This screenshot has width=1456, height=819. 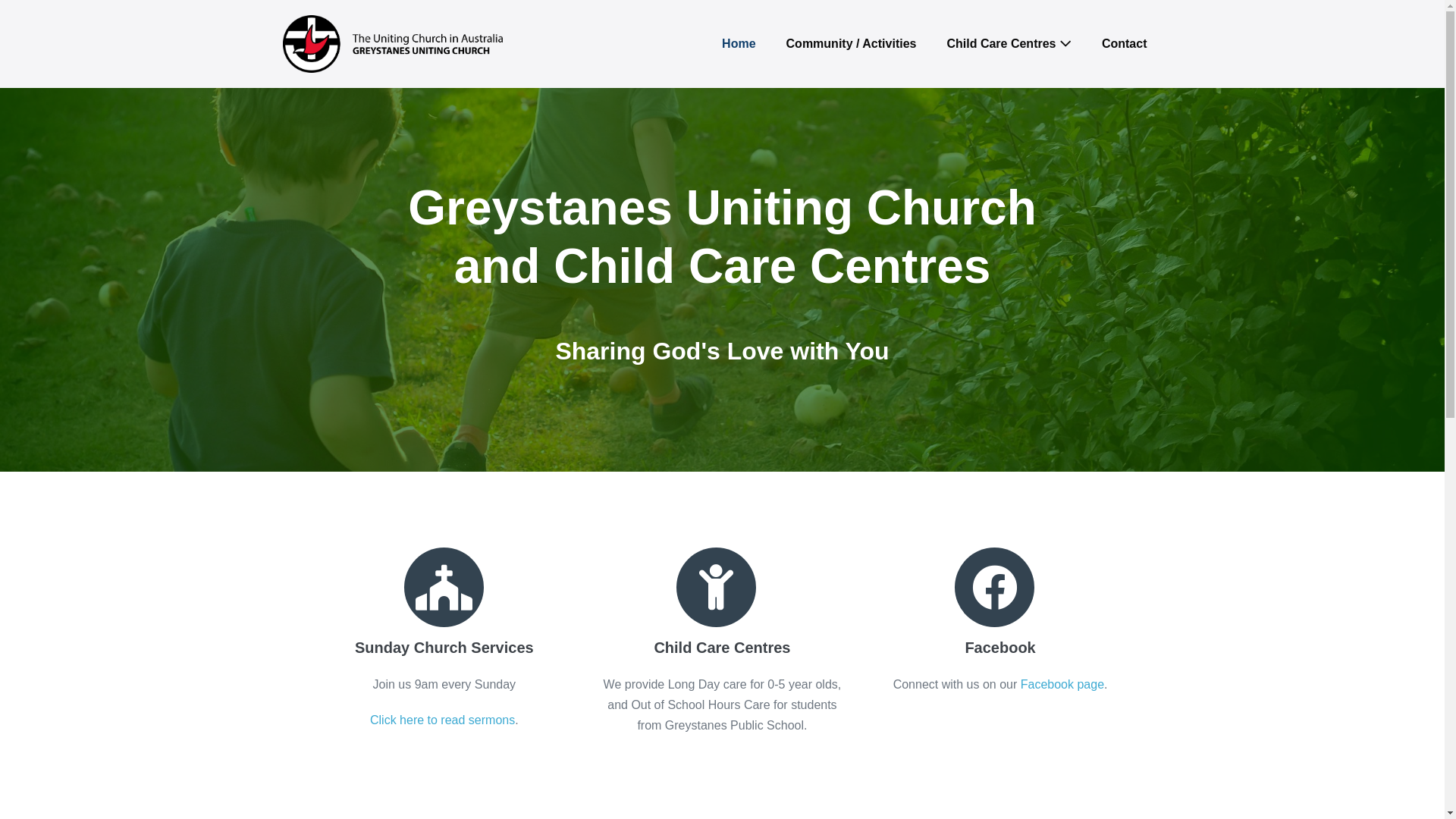 I want to click on 'Home', so click(x=739, y=42).